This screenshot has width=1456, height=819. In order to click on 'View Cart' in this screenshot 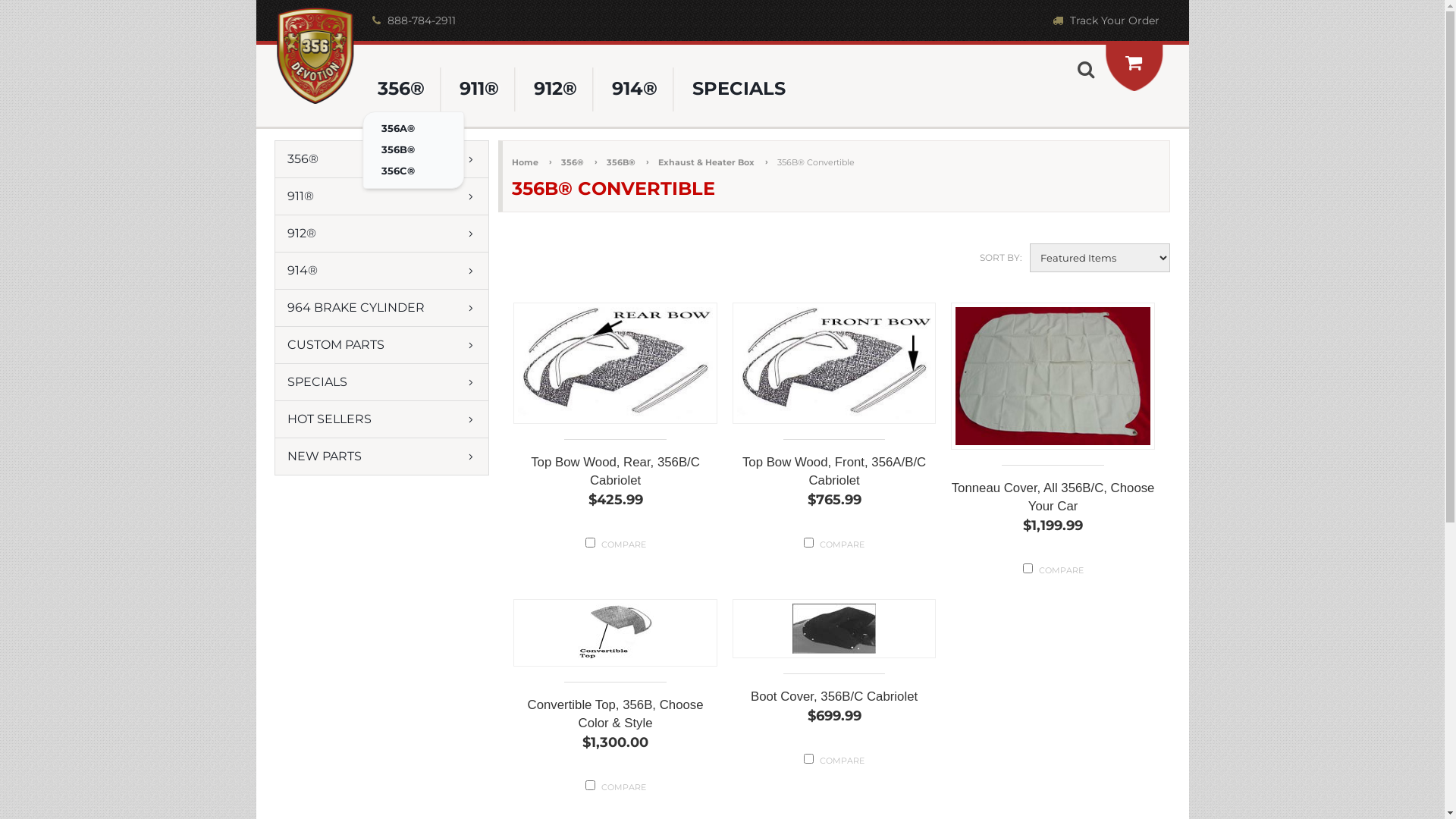, I will do `click(1133, 61)`.